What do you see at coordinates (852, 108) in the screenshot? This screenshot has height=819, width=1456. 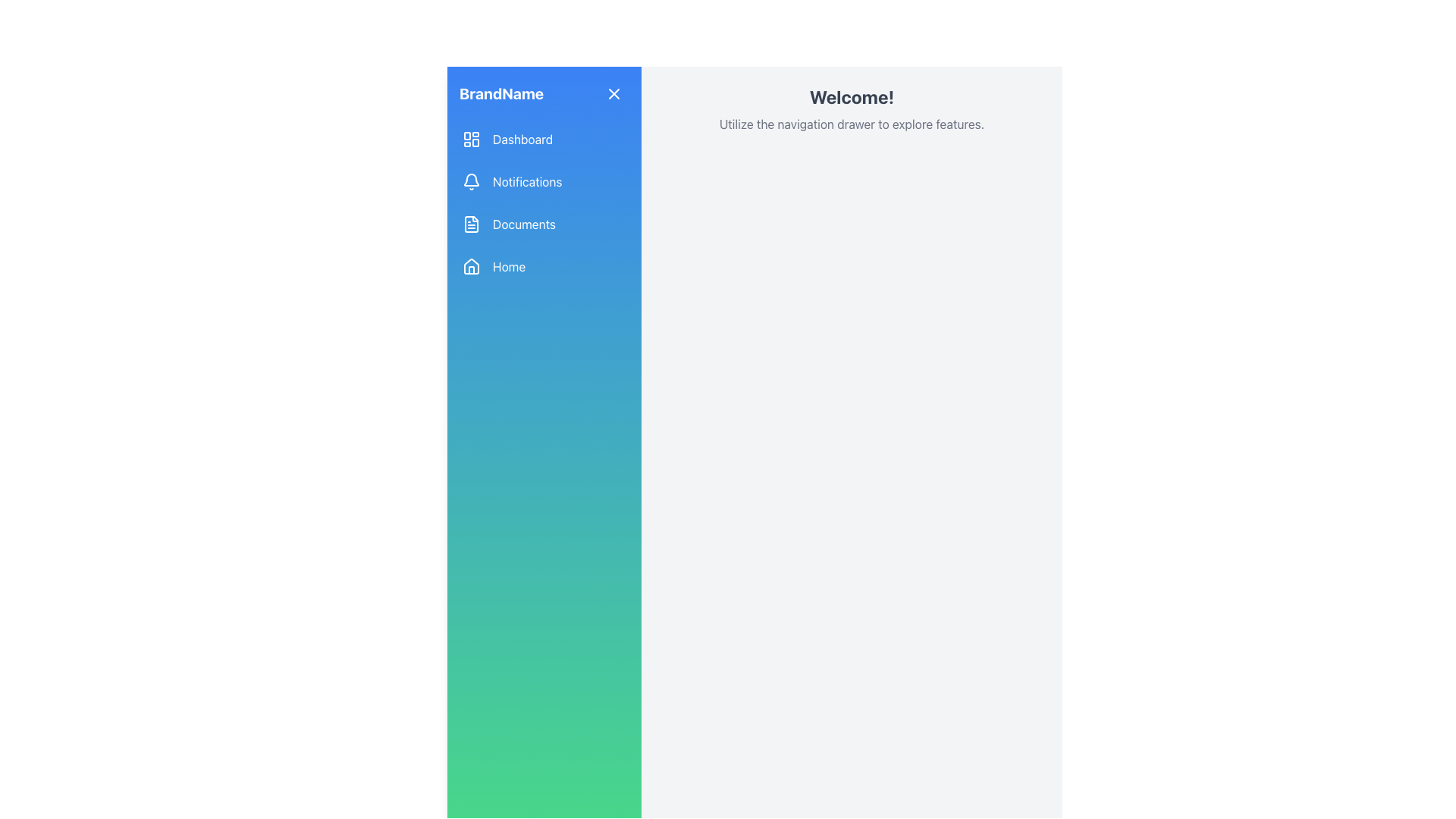 I see `textual content that includes the heading 'Welcome!' and the subheading 'Utilize the navigation drawer to explore features.' located in the upper portion of the white background to the right of the navigation drawer` at bounding box center [852, 108].